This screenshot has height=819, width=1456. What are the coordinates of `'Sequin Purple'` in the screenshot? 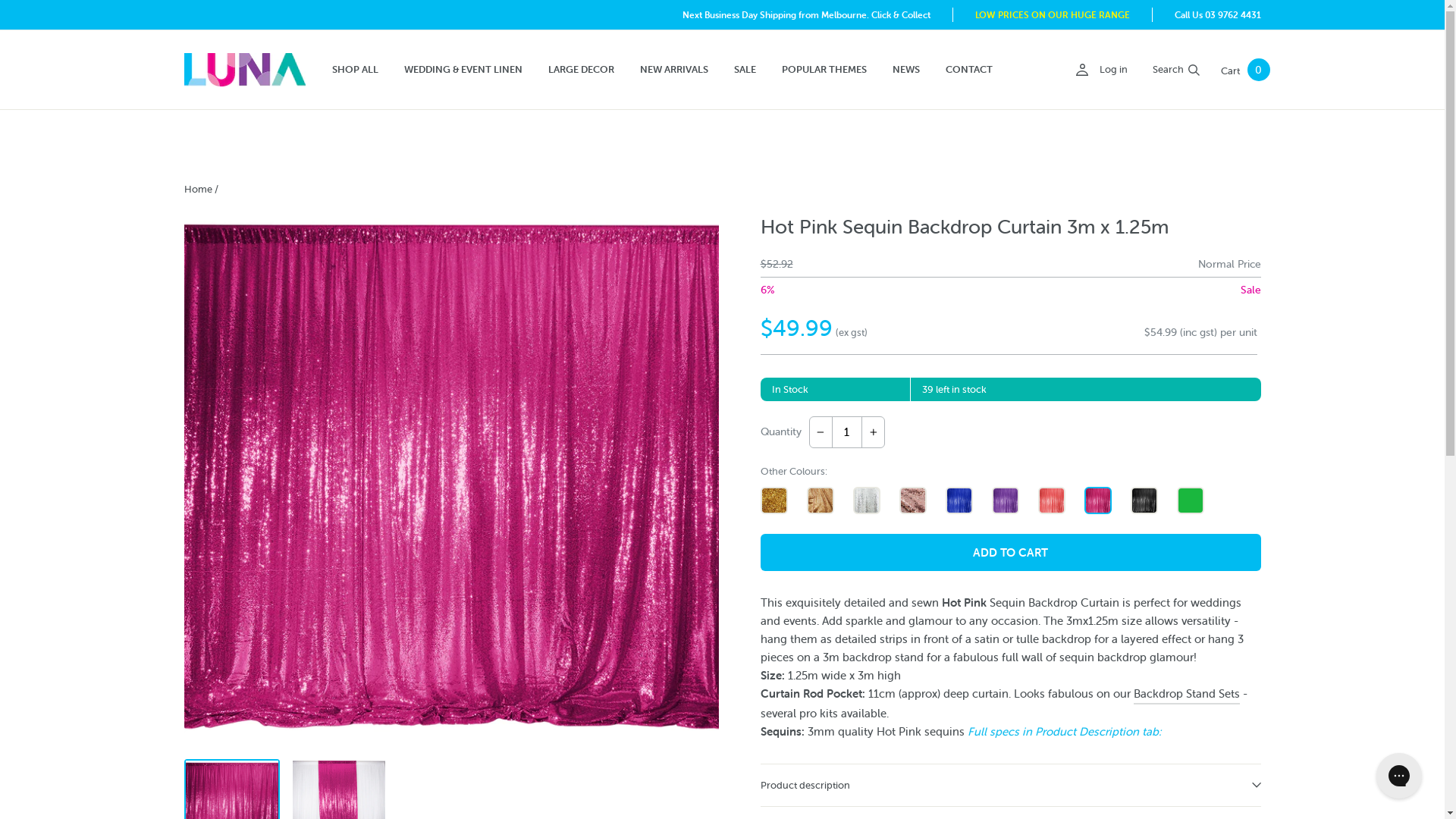 It's located at (1005, 500).